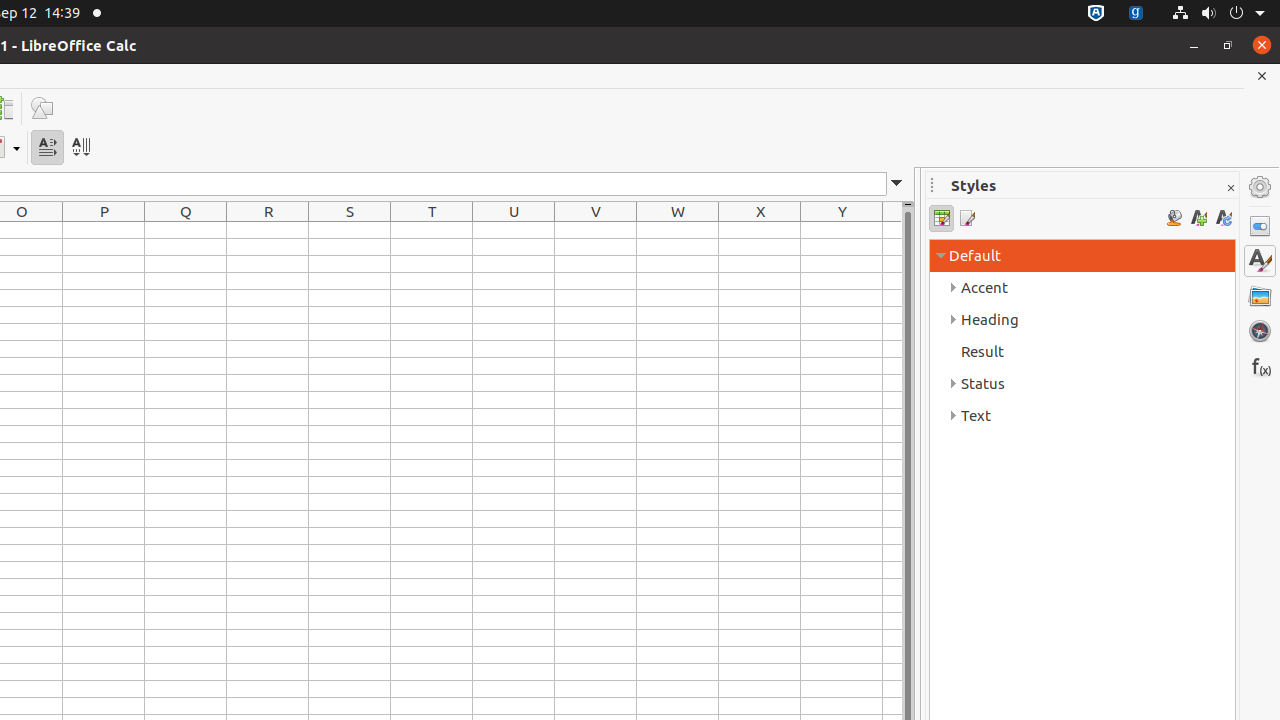 The height and width of the screenshot is (720, 1280). What do you see at coordinates (185, 229) in the screenshot?
I see `'Q1'` at bounding box center [185, 229].